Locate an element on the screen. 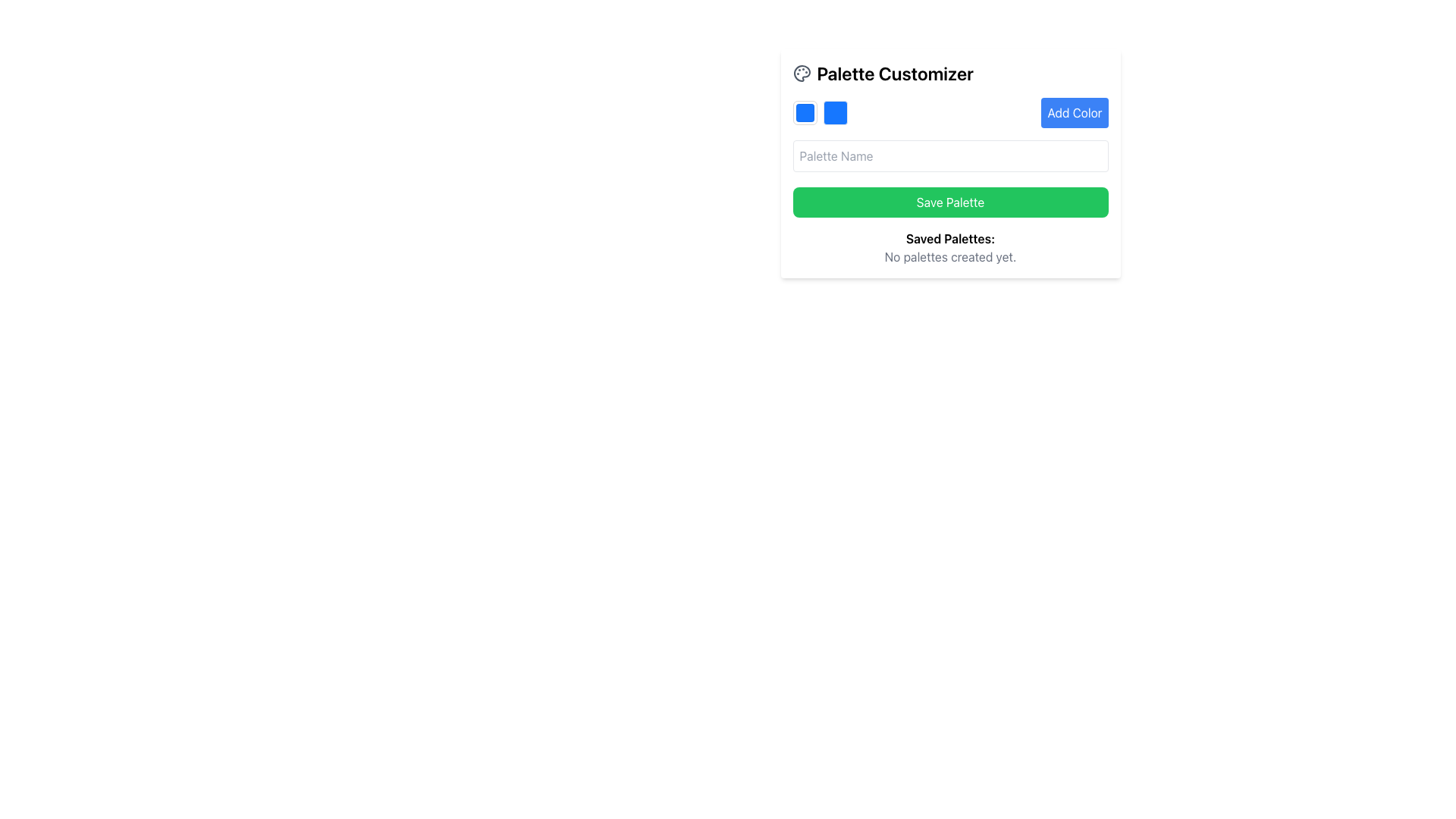  text content of the bold label displaying 'Saved Palettes:' positioned centrally above the text 'No palettes created yet.' is located at coordinates (949, 239).